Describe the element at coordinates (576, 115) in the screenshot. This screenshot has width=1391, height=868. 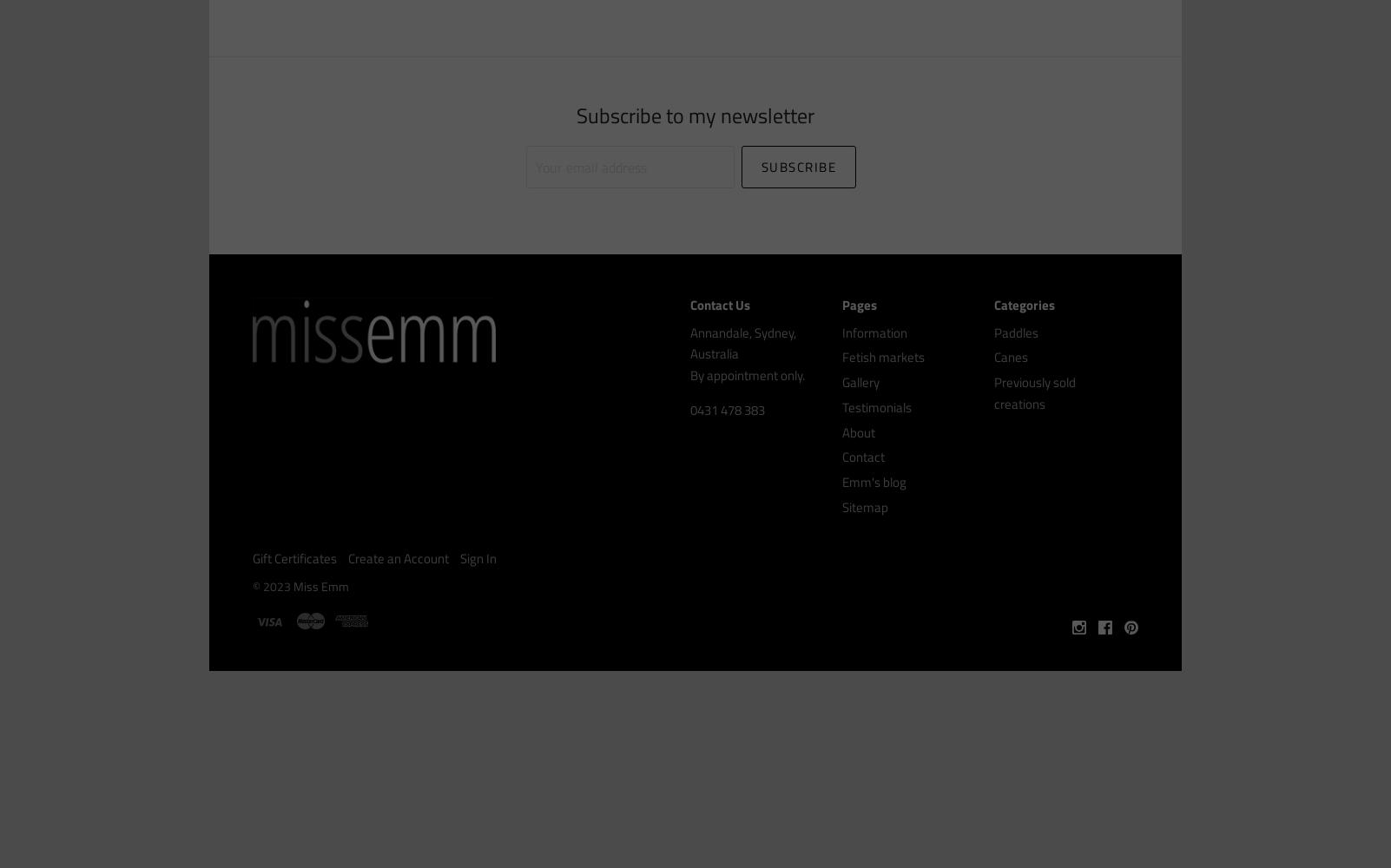
I see `'Subscribe to my newsletter'` at that location.